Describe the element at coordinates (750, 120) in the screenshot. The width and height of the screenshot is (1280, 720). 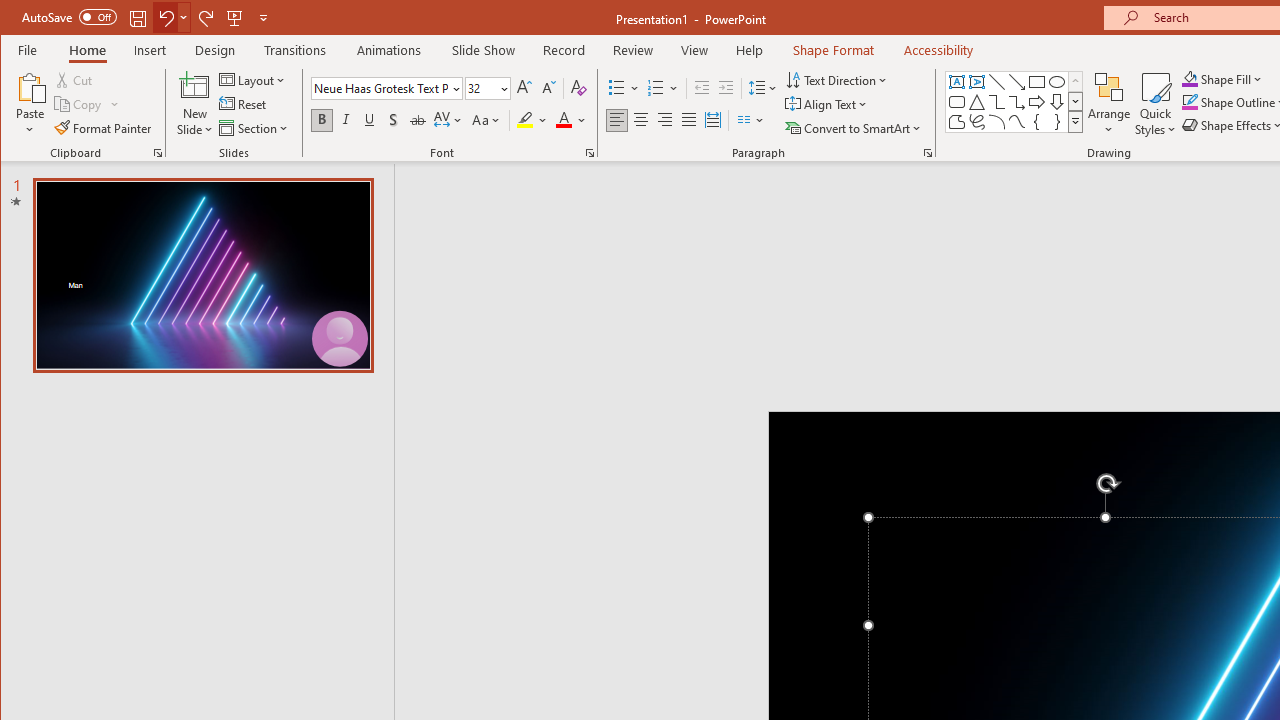
I see `'Columns'` at that location.